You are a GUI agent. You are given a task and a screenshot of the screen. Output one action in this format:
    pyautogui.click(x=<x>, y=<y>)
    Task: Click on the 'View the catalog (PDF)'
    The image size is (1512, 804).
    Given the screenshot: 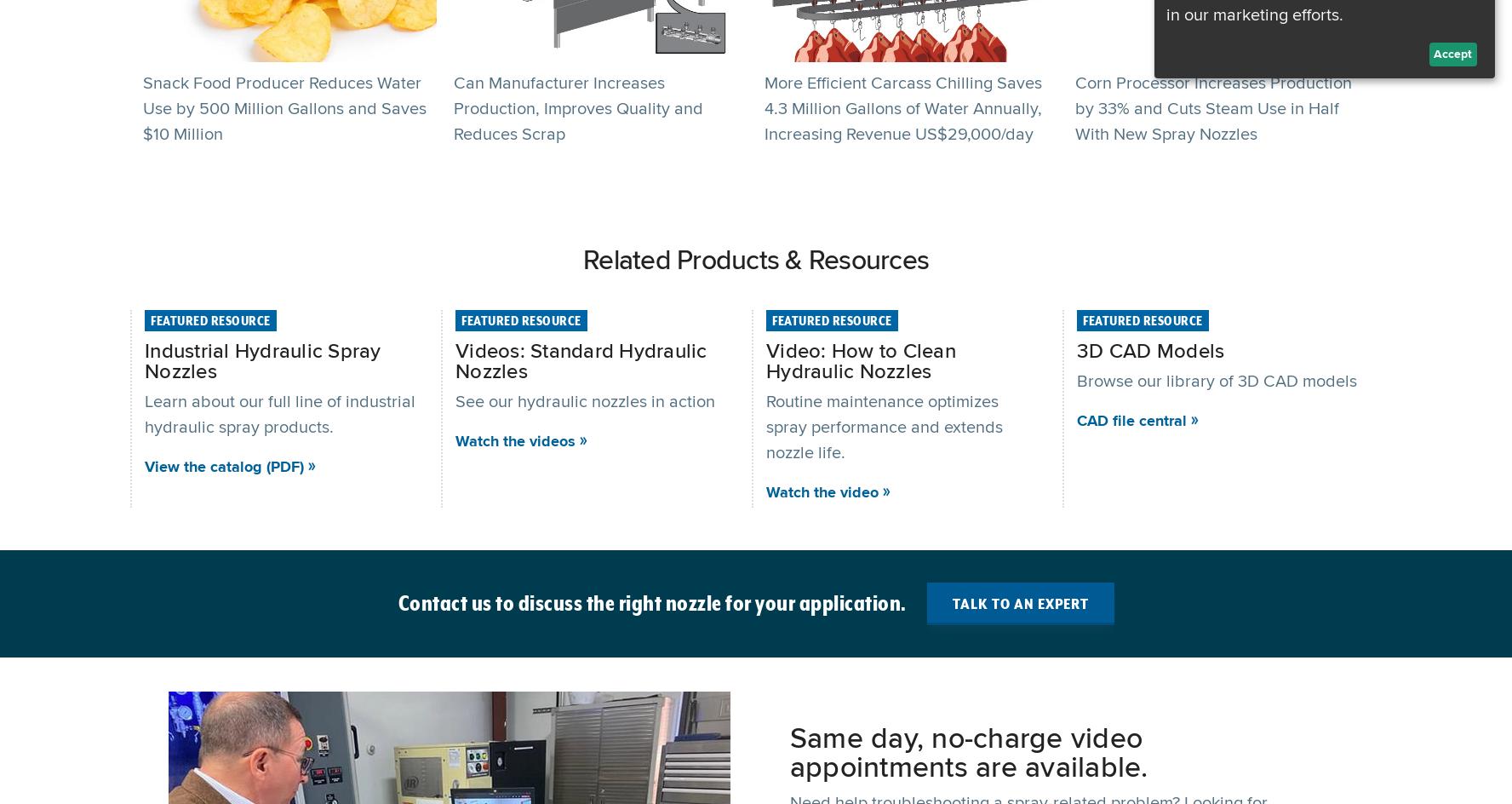 What is the action you would take?
    pyautogui.click(x=224, y=464)
    